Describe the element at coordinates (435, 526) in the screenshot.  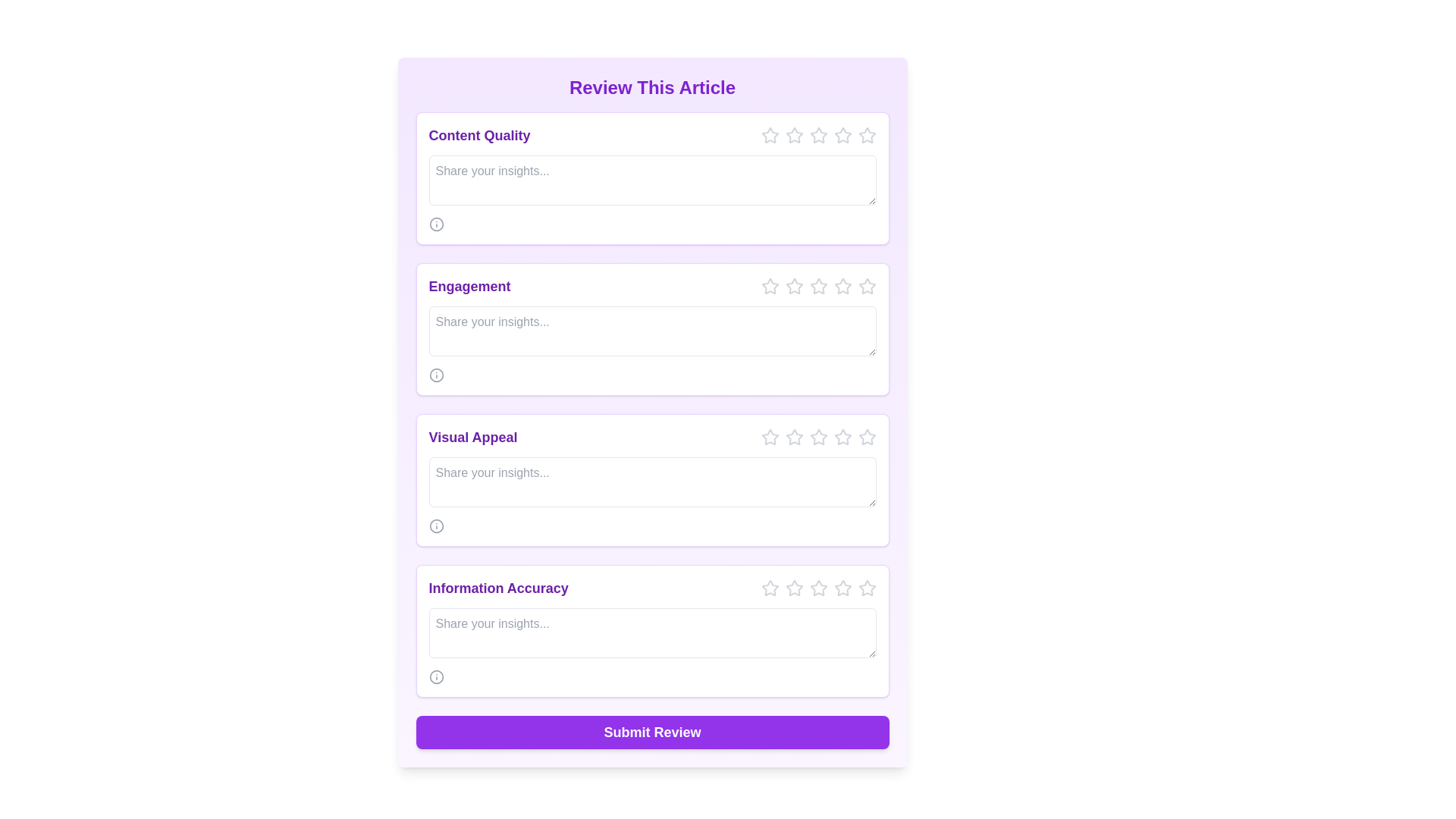
I see `the informational tooltip trigger icon located in the 'Visual Appeal' section, just below the text input field` at that location.